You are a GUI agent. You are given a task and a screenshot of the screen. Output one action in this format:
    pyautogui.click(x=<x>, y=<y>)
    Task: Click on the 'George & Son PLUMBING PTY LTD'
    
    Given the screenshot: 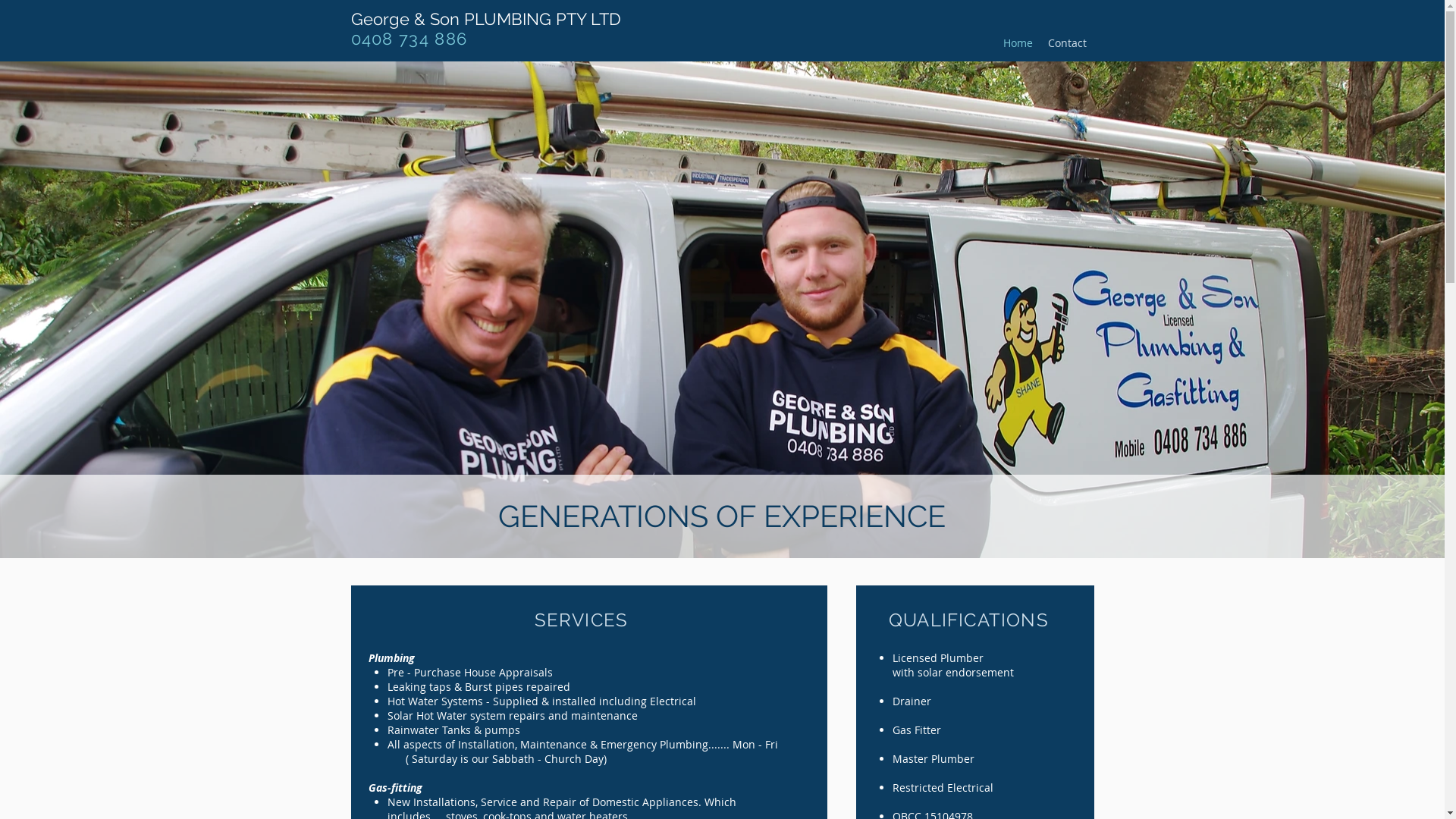 What is the action you would take?
    pyautogui.click(x=484, y=18)
    